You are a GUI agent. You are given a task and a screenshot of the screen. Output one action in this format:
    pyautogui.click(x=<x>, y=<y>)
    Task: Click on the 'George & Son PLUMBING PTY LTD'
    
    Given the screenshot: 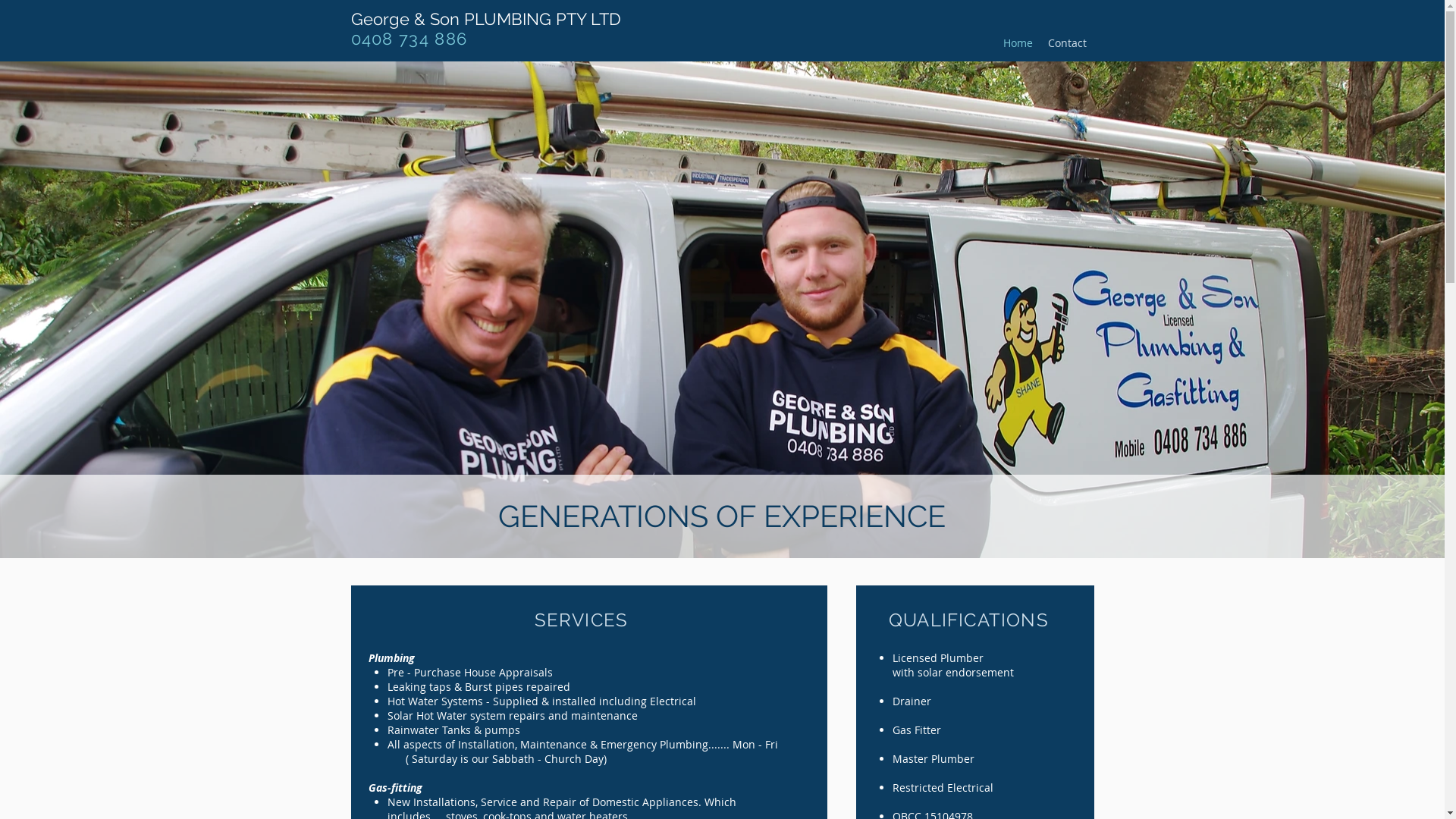 What is the action you would take?
    pyautogui.click(x=484, y=18)
    